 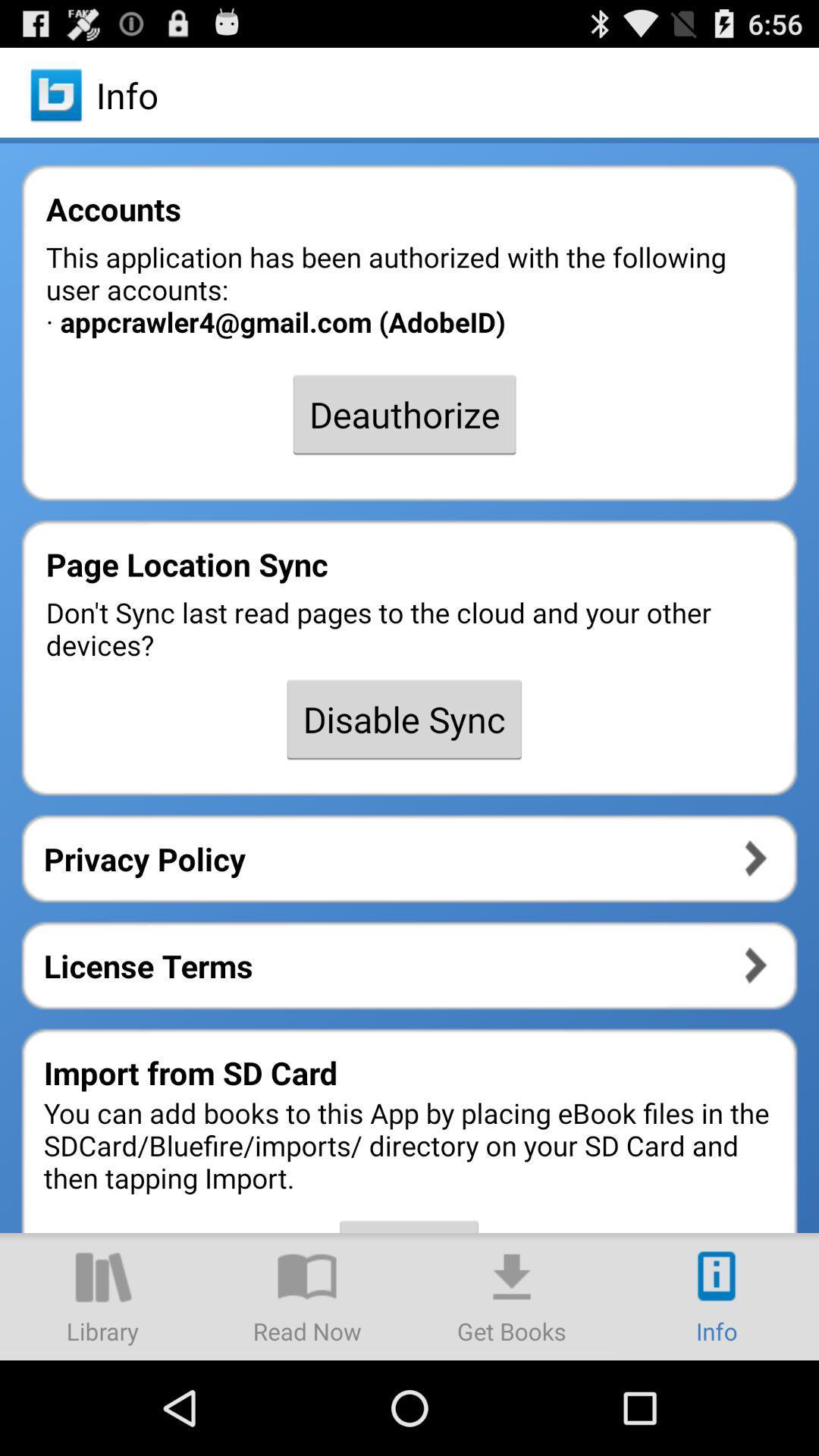 What do you see at coordinates (717, 1295) in the screenshot?
I see `info option` at bounding box center [717, 1295].